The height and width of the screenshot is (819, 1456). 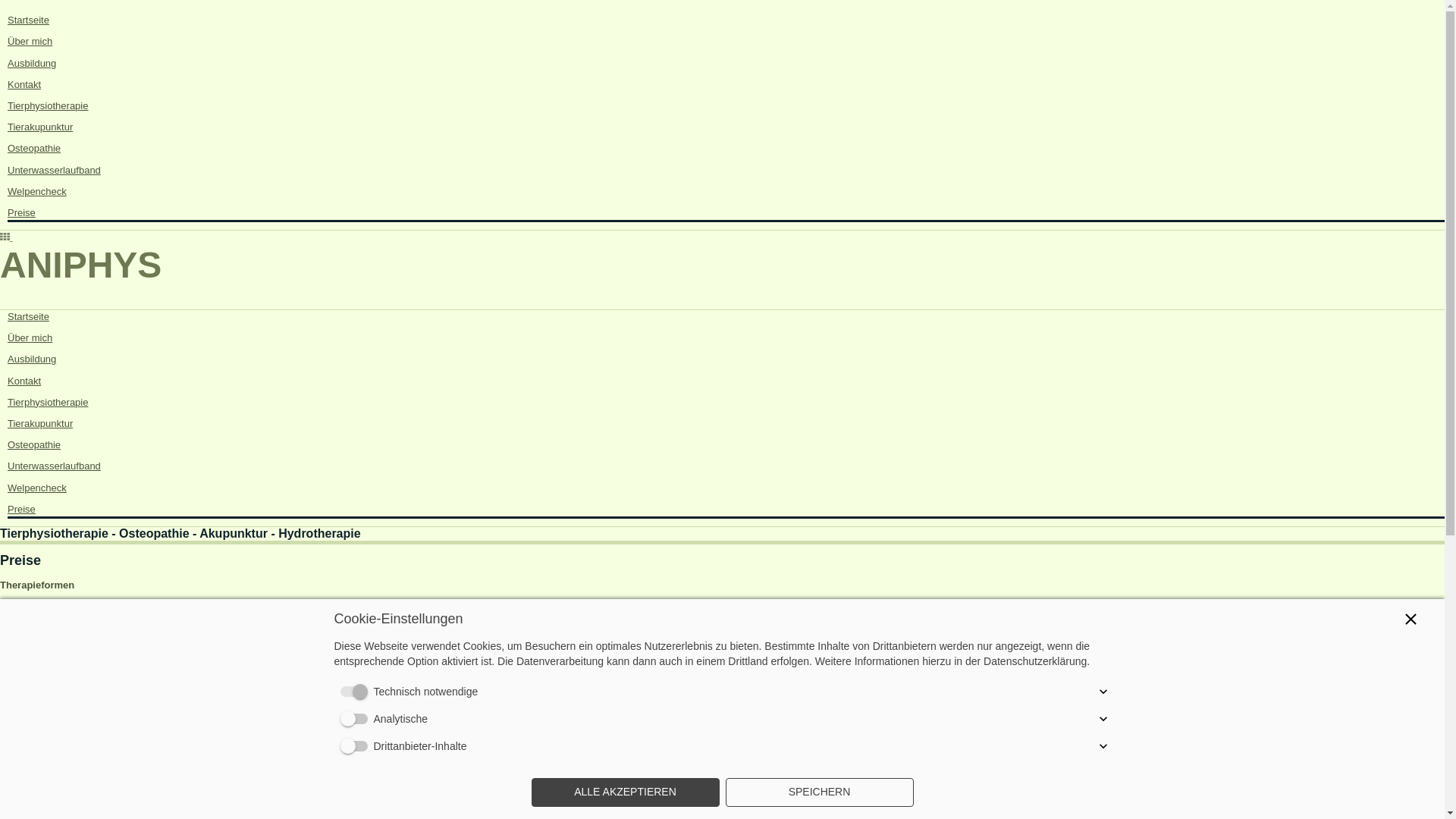 What do you see at coordinates (39, 423) in the screenshot?
I see `'Tierakupunktur'` at bounding box center [39, 423].